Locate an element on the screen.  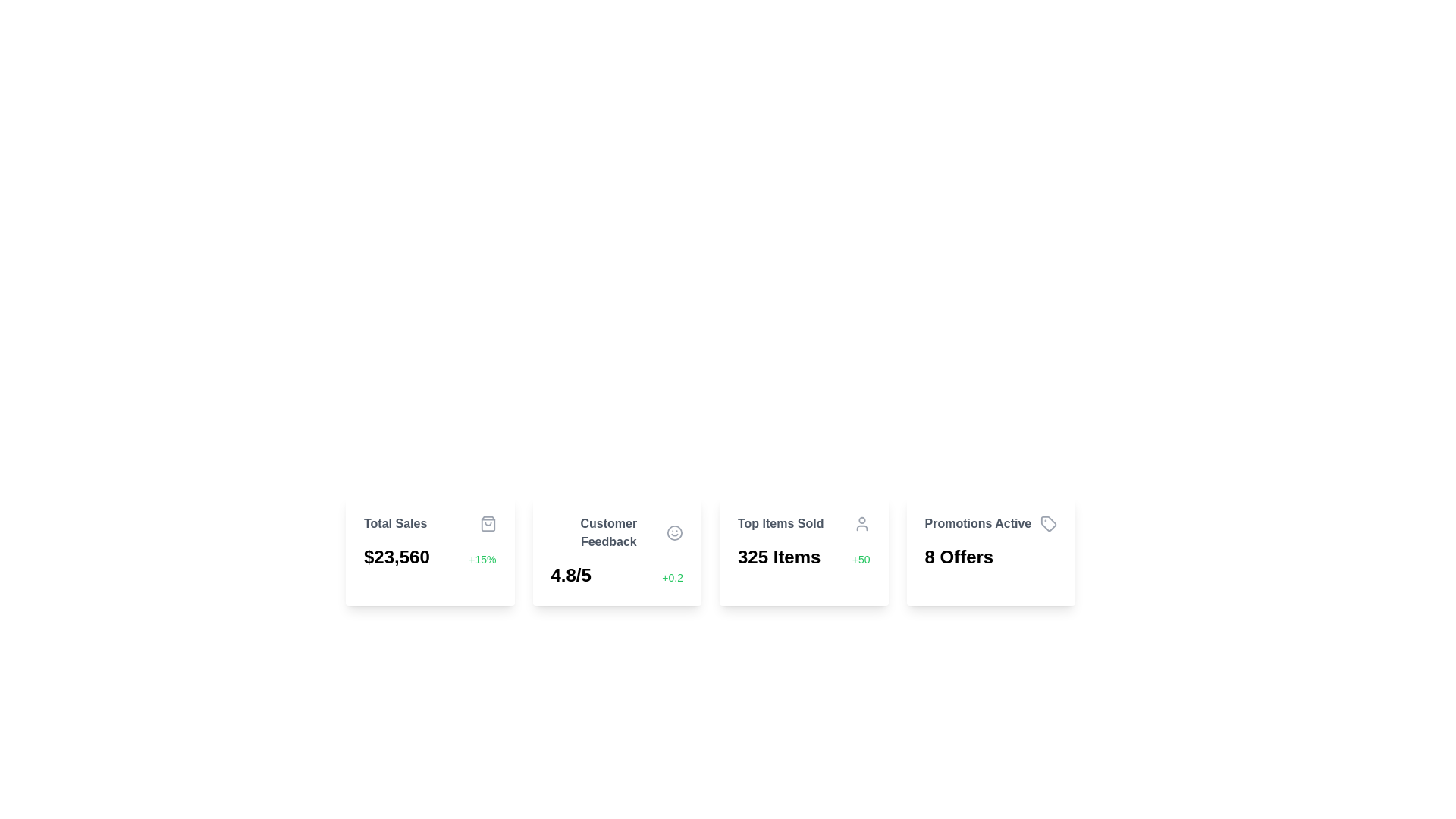
the text label displaying '+0.2' in green, located on the right side of the rating value '4.8/5' within the second card of the 'Customer Feedback' section is located at coordinates (672, 578).